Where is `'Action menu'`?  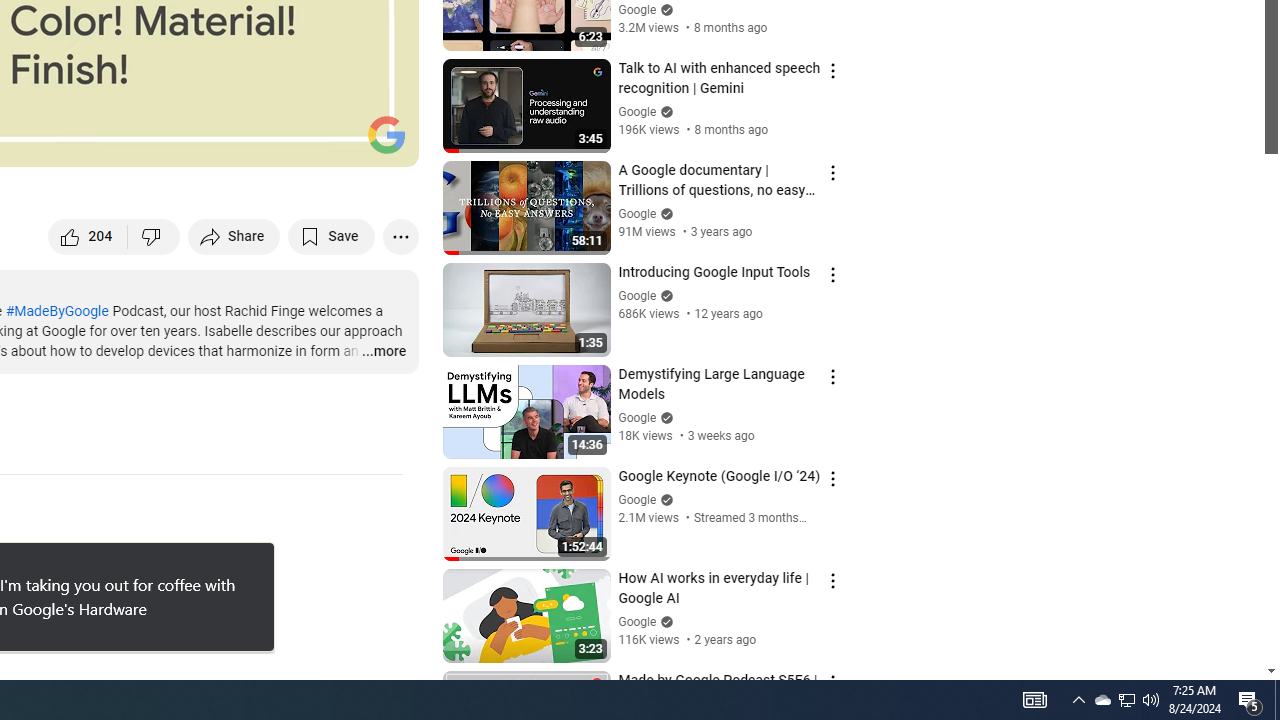 'Action menu' is located at coordinates (832, 681).